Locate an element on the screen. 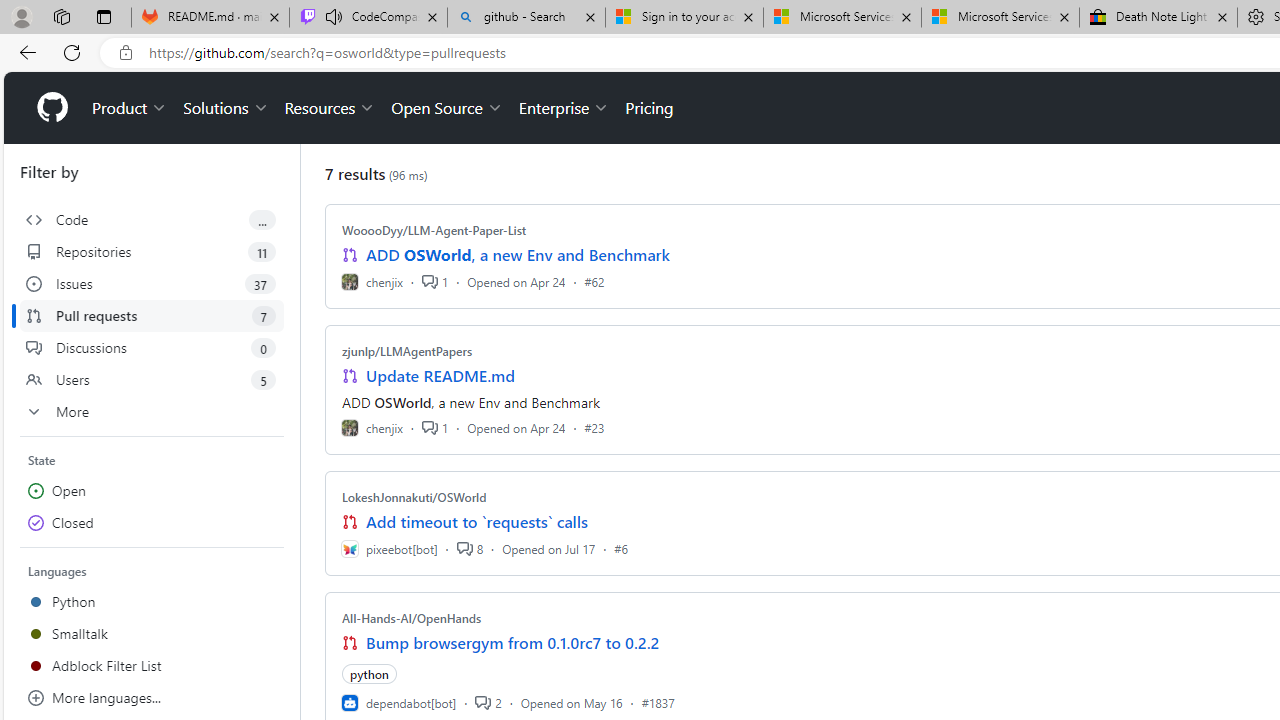 This screenshot has width=1280, height=720. 'Pricing' is located at coordinates (649, 108).